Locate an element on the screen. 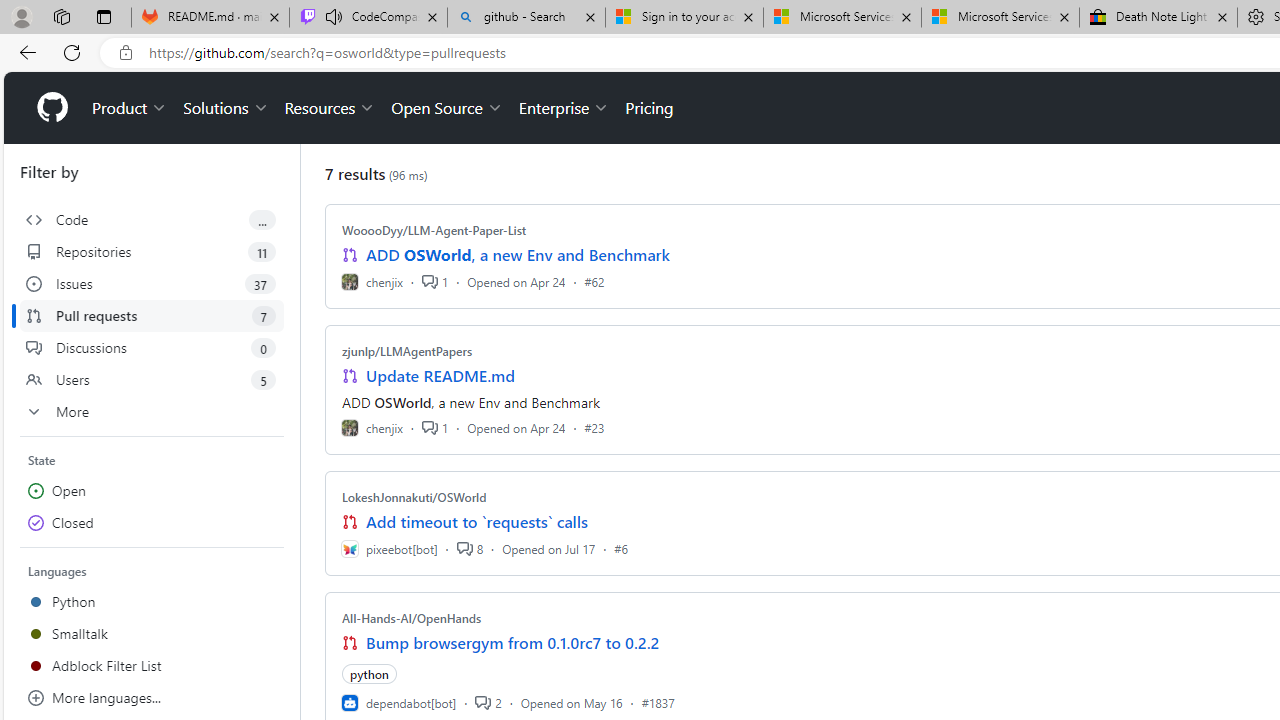 This screenshot has width=1280, height=720. 'Pricing' is located at coordinates (649, 108).